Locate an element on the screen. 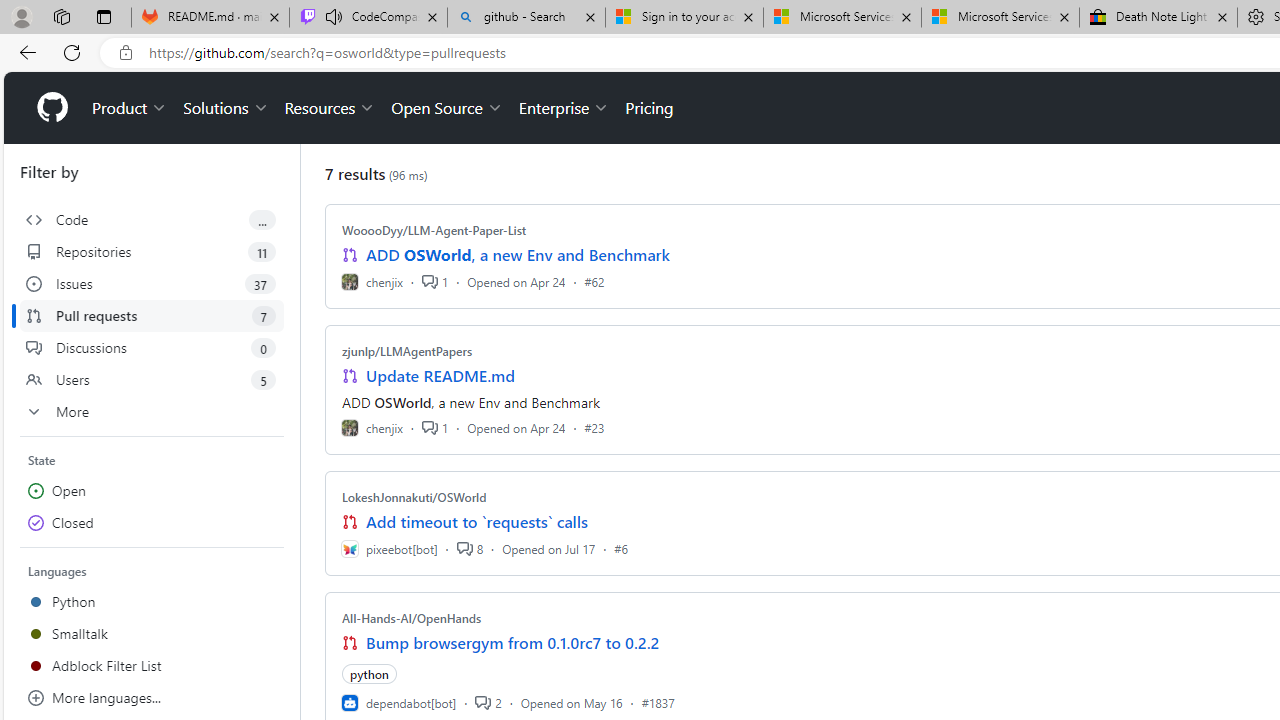 This screenshot has width=1280, height=720. 'Pricing' is located at coordinates (649, 108).